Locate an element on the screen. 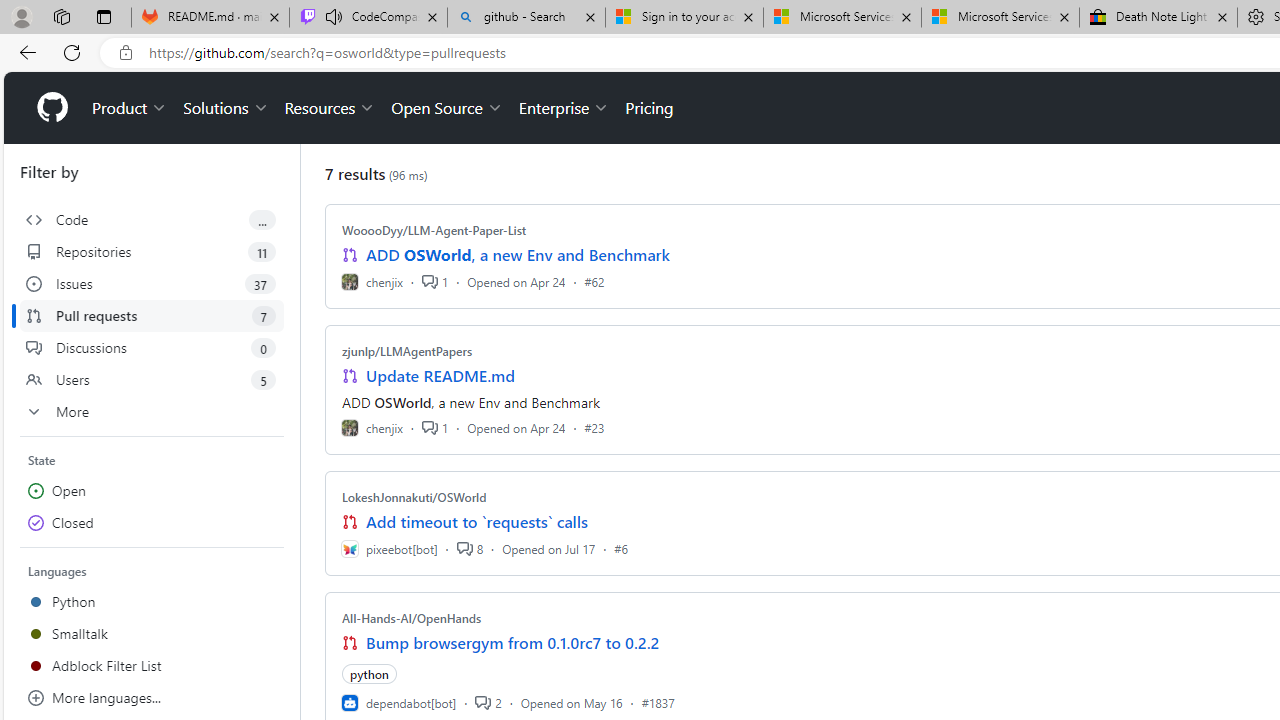 This screenshot has width=1280, height=720. 'Pricing' is located at coordinates (649, 108).